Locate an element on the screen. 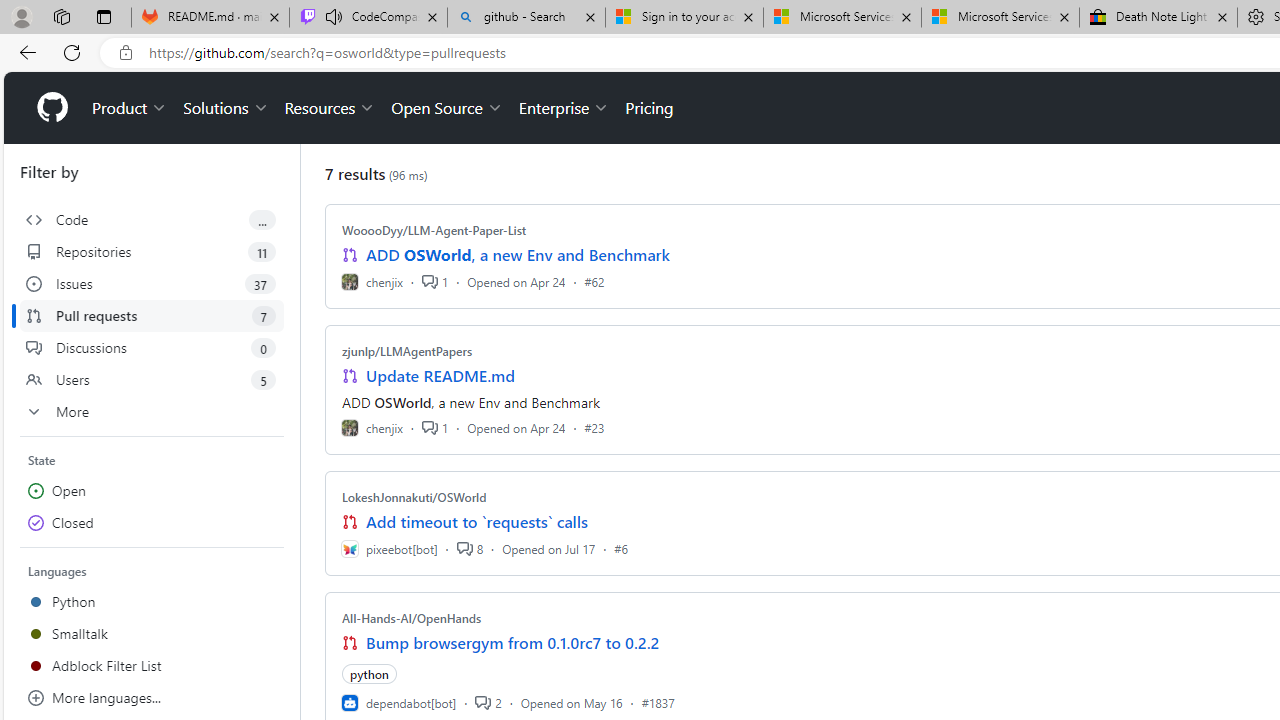 This screenshot has width=1280, height=720. 'Pricing' is located at coordinates (649, 108).